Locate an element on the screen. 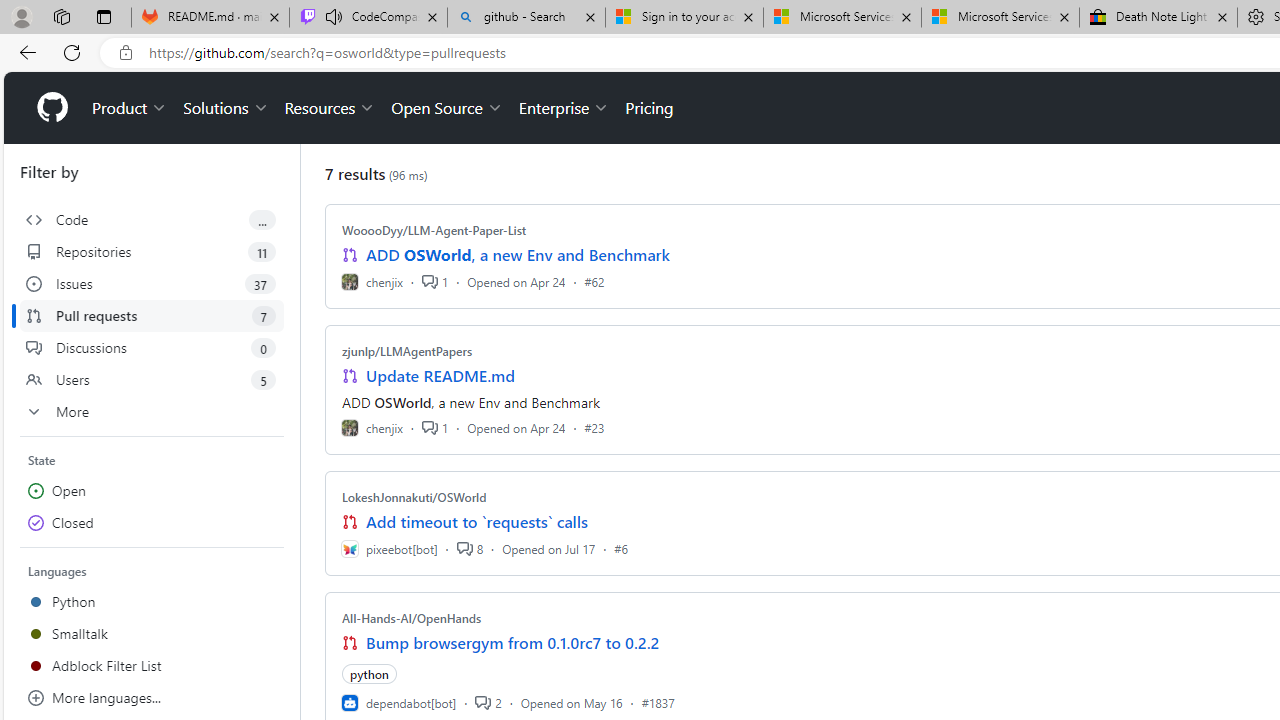 This screenshot has width=1280, height=720. 'Pricing' is located at coordinates (649, 108).